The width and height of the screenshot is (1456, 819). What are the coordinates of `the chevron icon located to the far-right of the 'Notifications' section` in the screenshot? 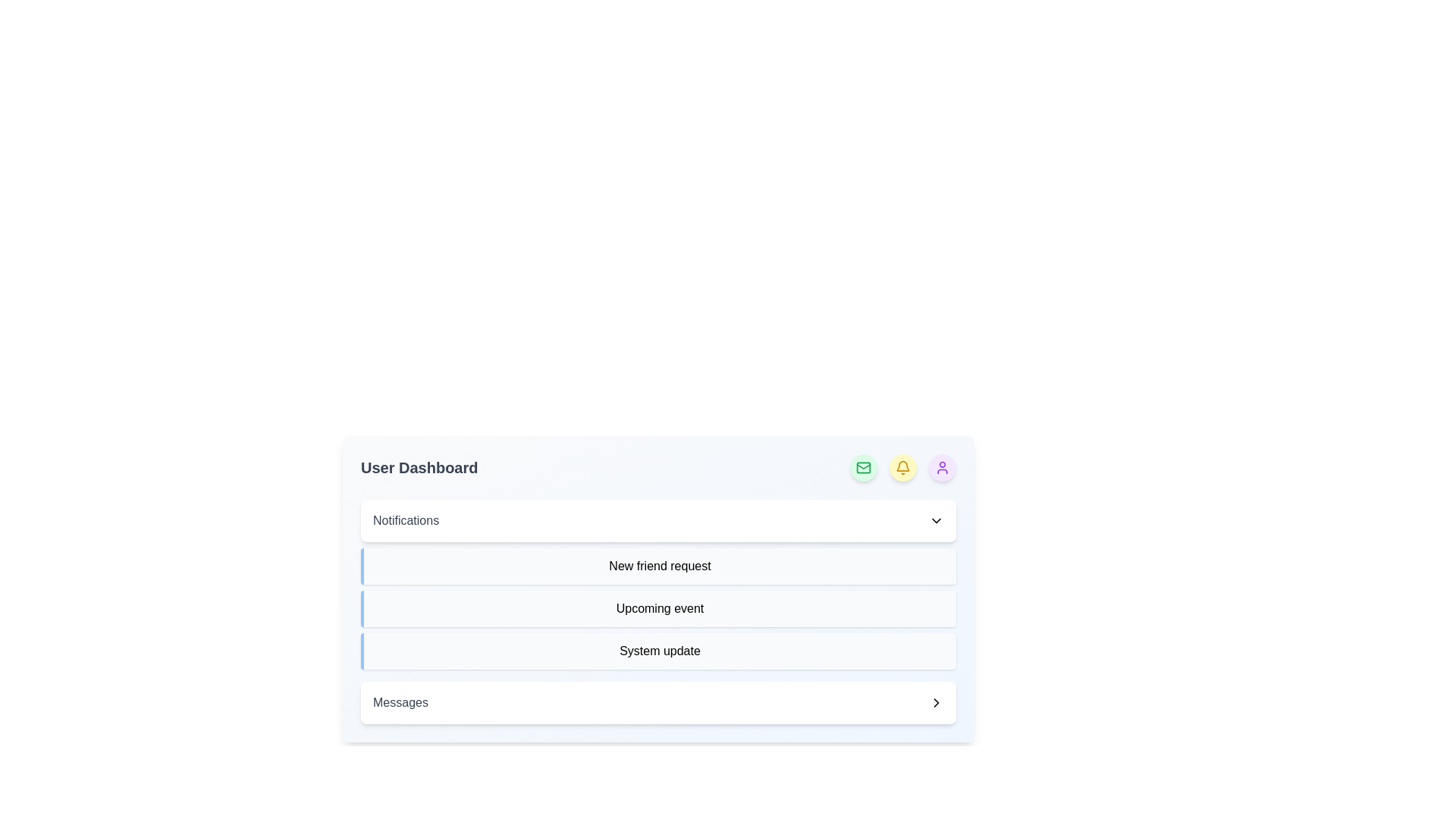 It's located at (935, 519).